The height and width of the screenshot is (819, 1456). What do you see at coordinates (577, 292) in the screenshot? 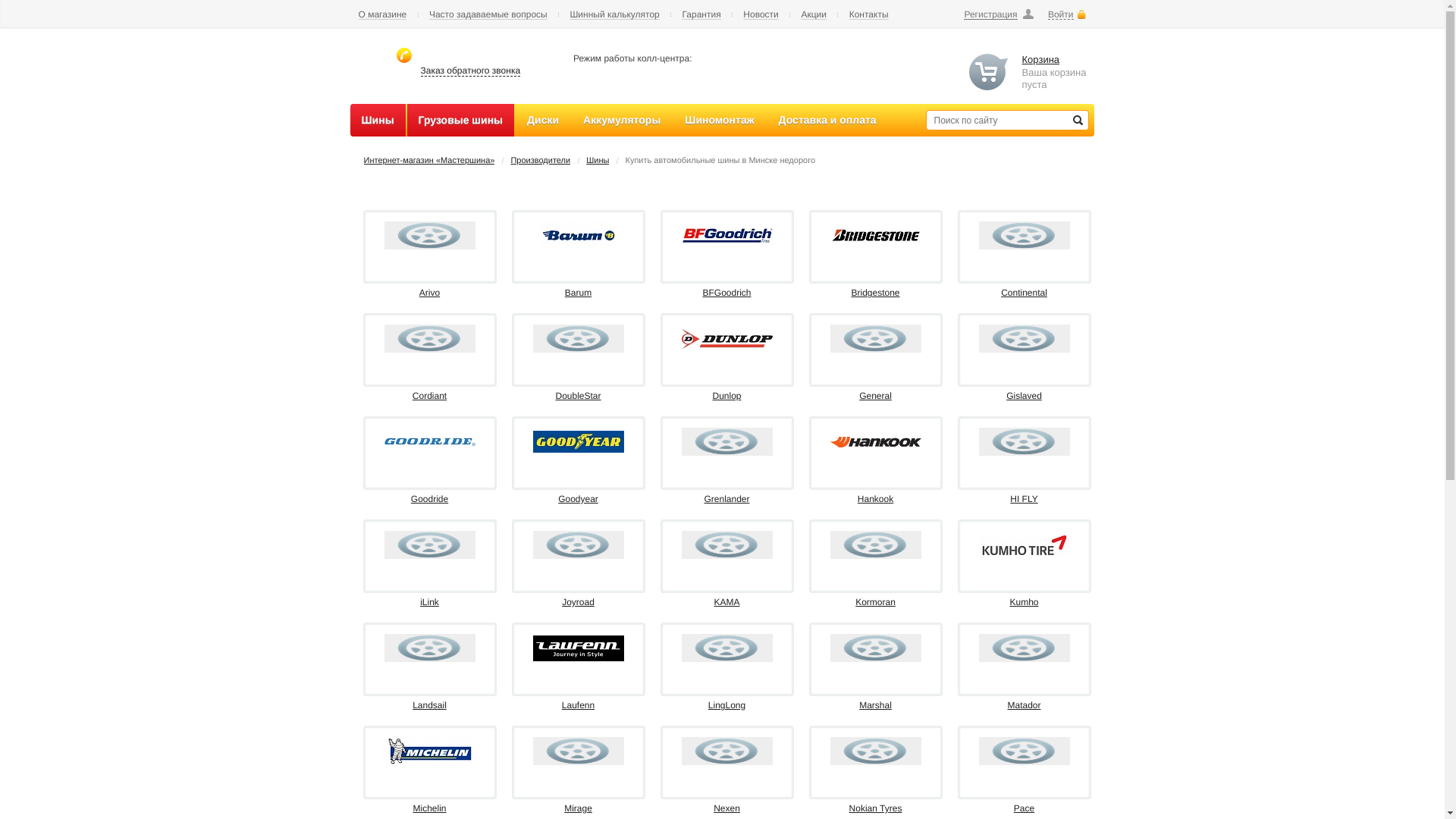
I see `'Barum'` at bounding box center [577, 292].